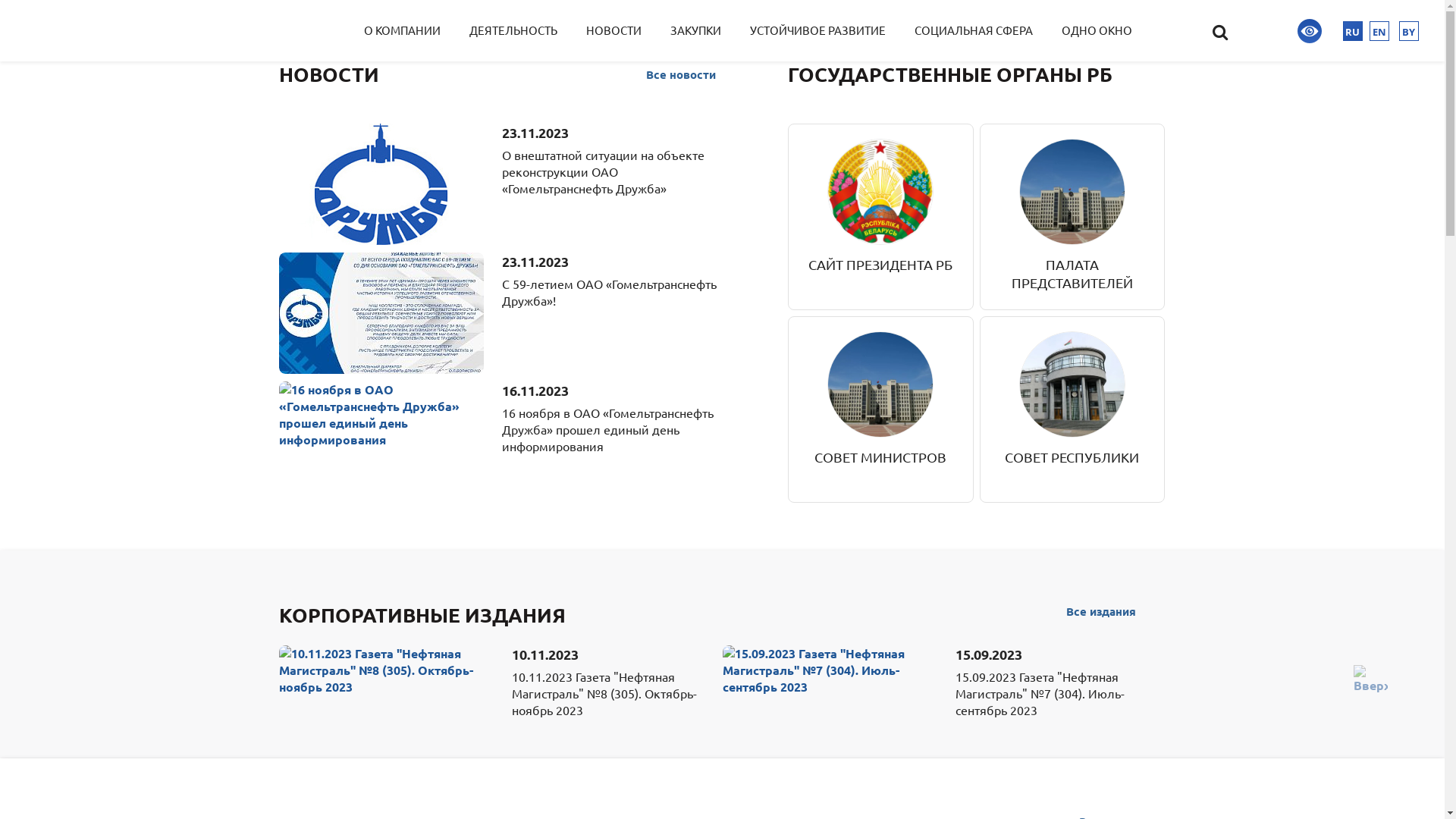  I want to click on 'RU', so click(1353, 31).